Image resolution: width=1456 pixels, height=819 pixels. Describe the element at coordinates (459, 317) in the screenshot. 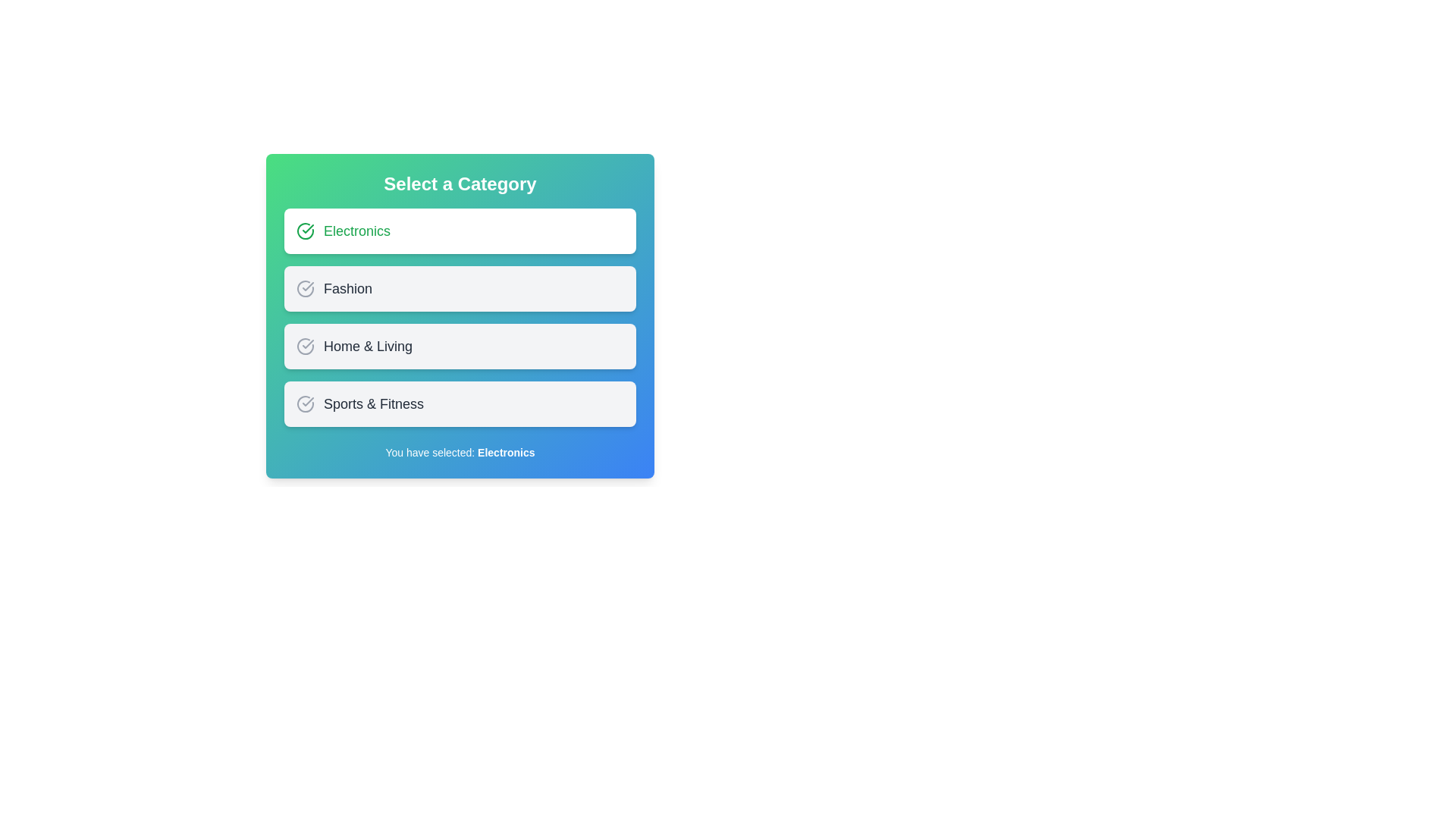

I see `the second card in the vertically-stacked group of selectable cards representing categories` at that location.